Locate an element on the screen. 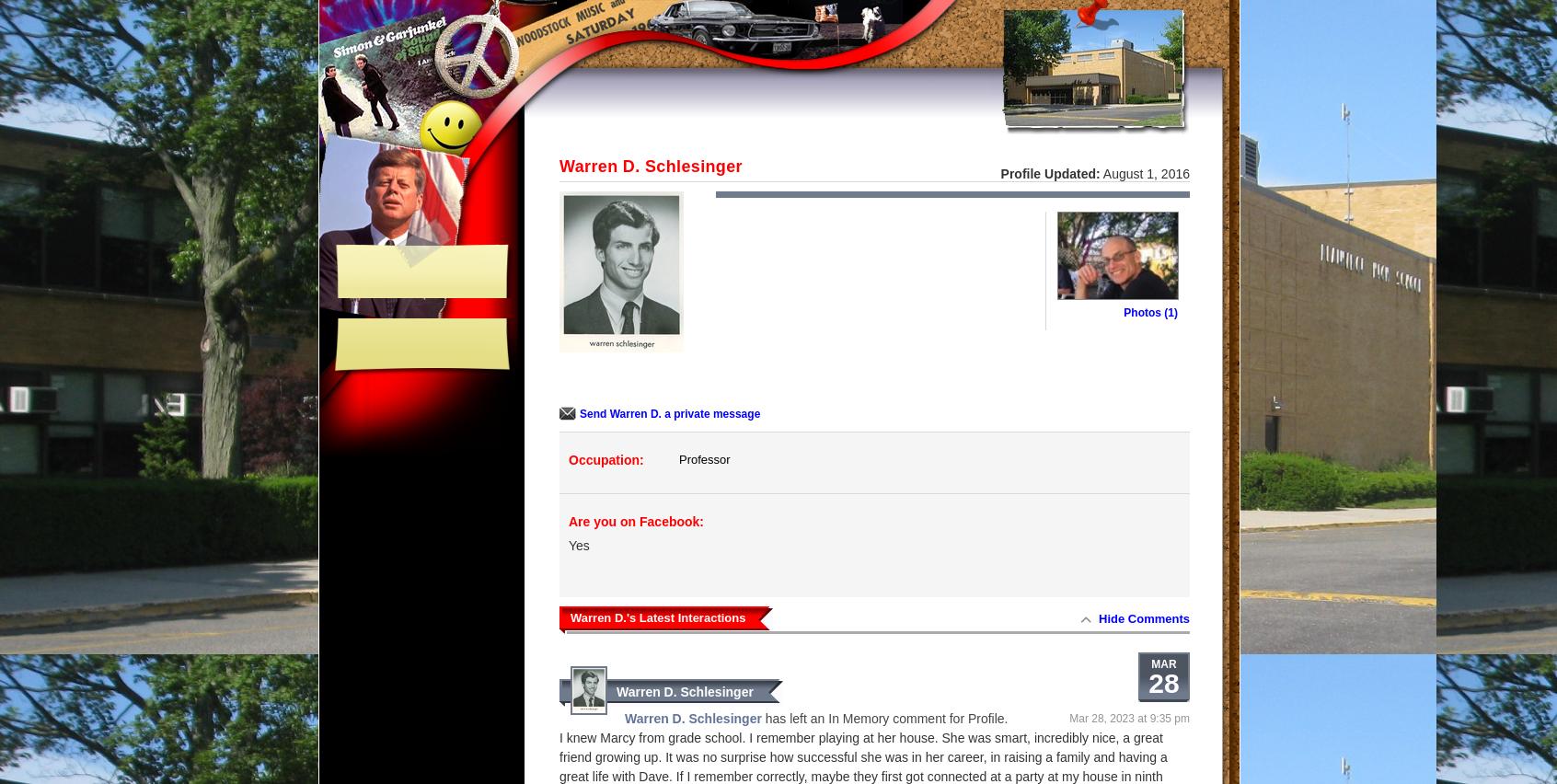 The image size is (1557, 784). 'Mar 28, 2023 at' is located at coordinates (1109, 719).